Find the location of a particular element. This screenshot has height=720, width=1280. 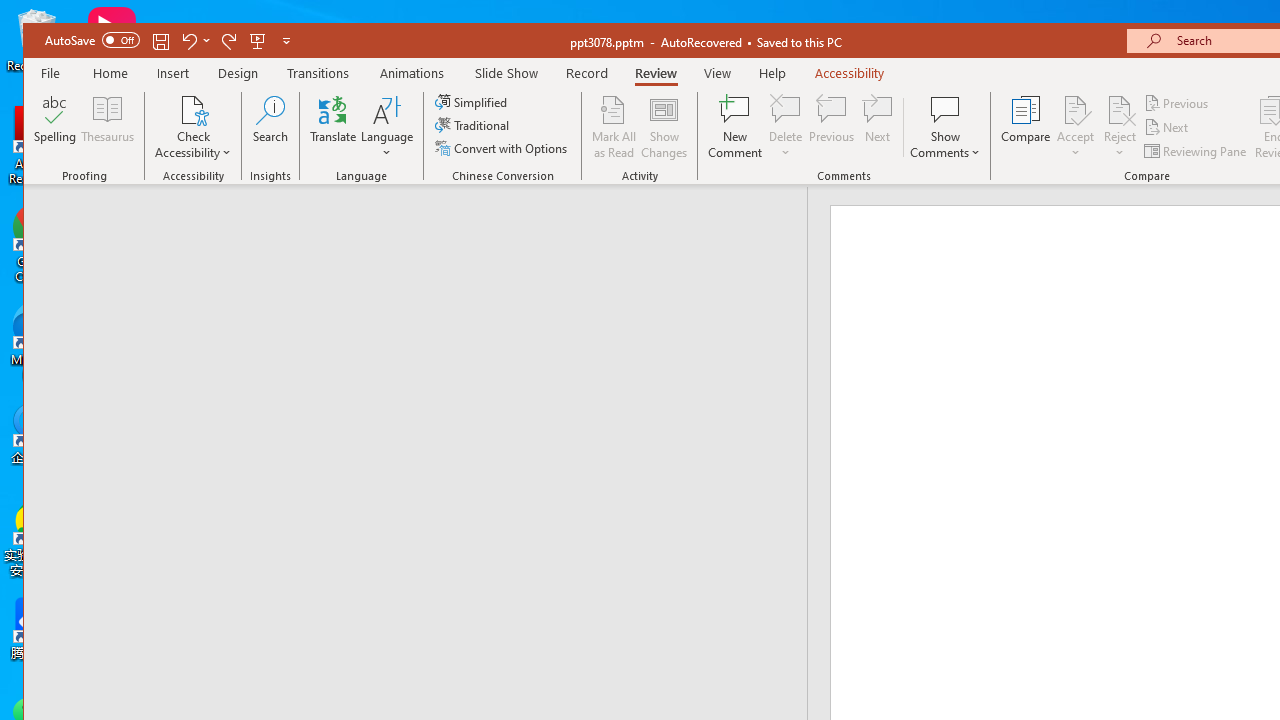

'Mark All as Read' is located at coordinates (613, 127).